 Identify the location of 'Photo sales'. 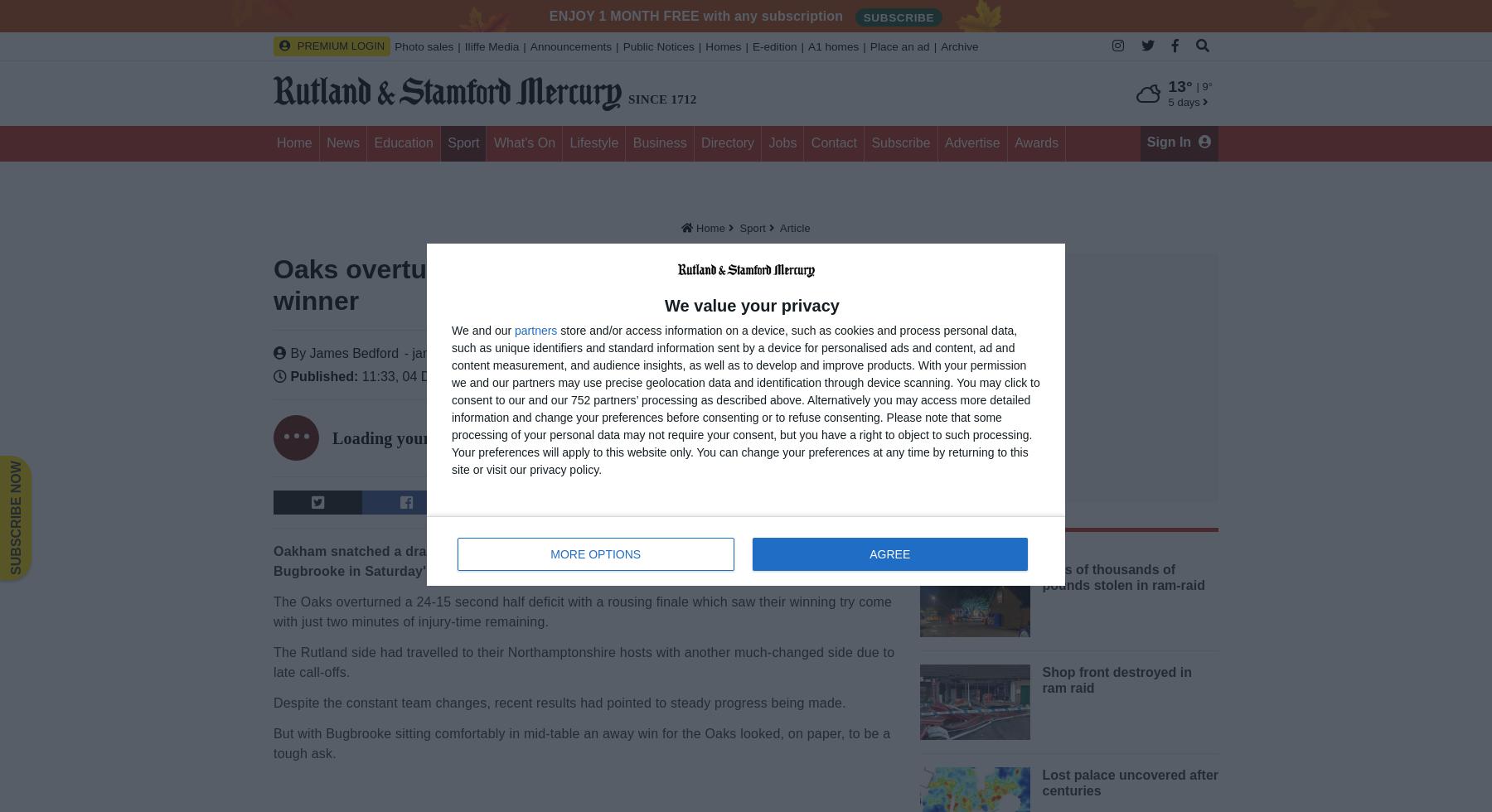
(423, 46).